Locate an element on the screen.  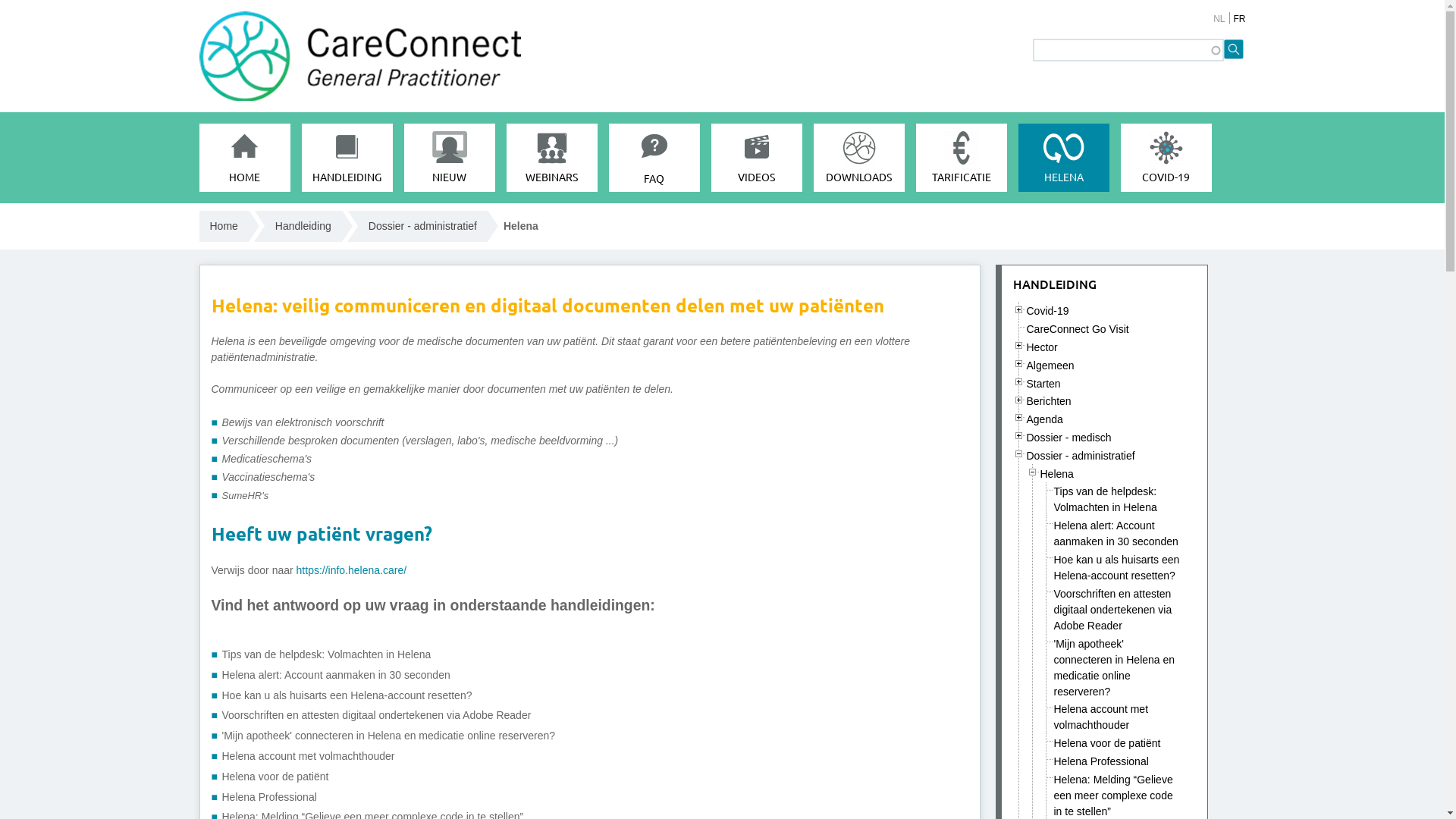
'https://info.helena.care/' is located at coordinates (351, 570).